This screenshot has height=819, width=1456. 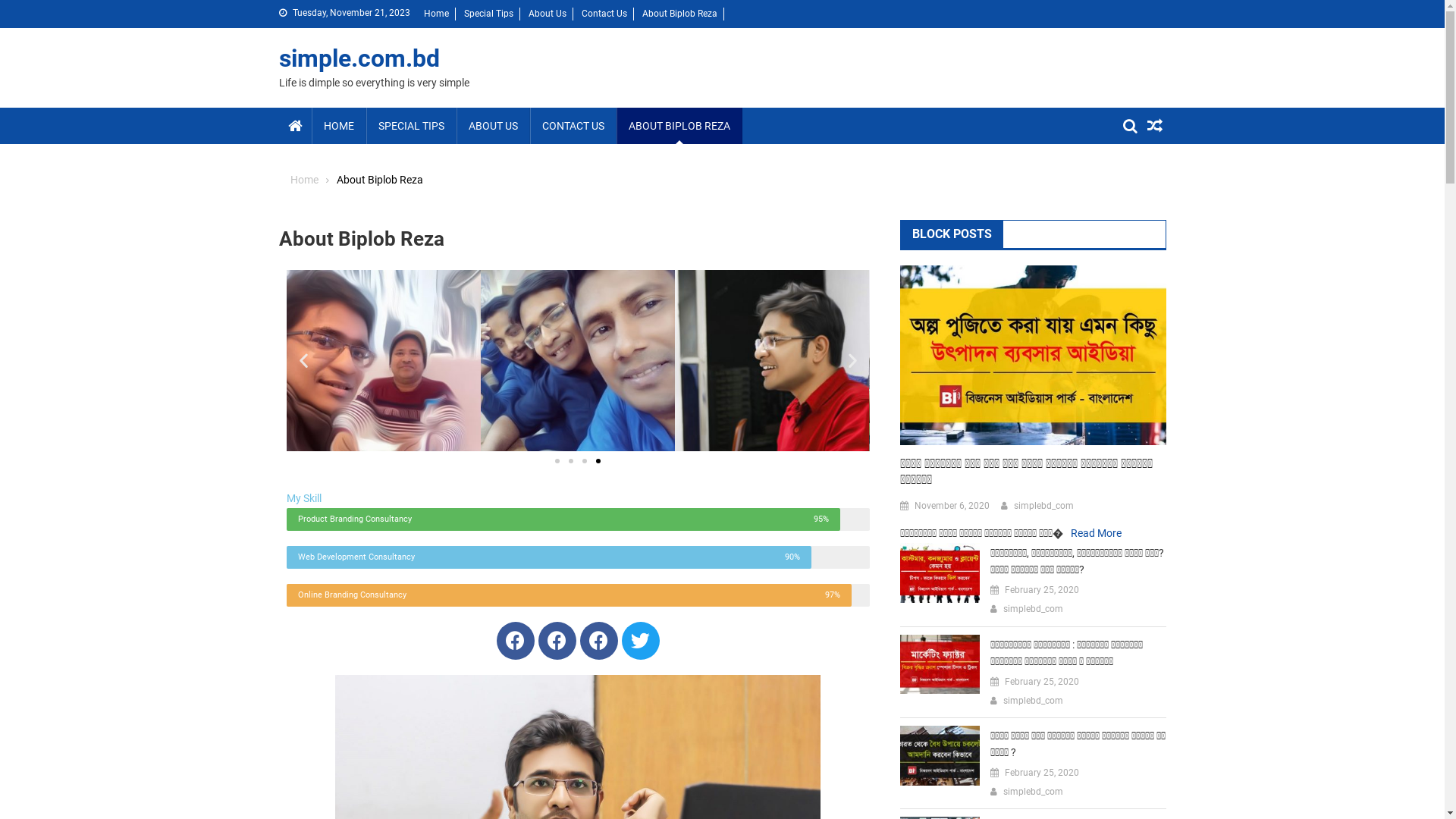 What do you see at coordinates (1032, 701) in the screenshot?
I see `'simplebd_com'` at bounding box center [1032, 701].